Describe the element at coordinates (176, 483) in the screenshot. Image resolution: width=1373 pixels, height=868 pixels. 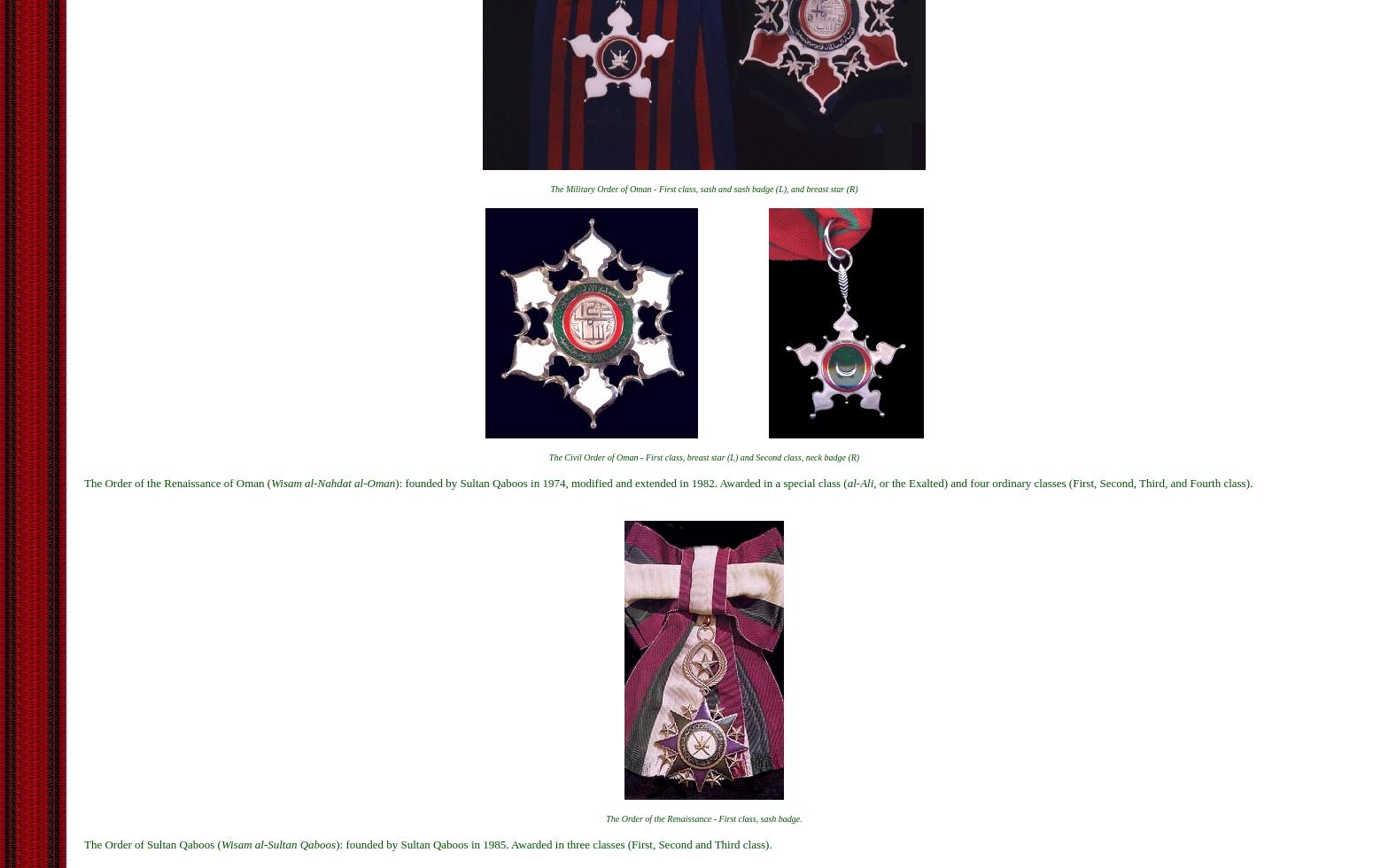
I see `'The Order of the Renaissance of Oman ('` at that location.